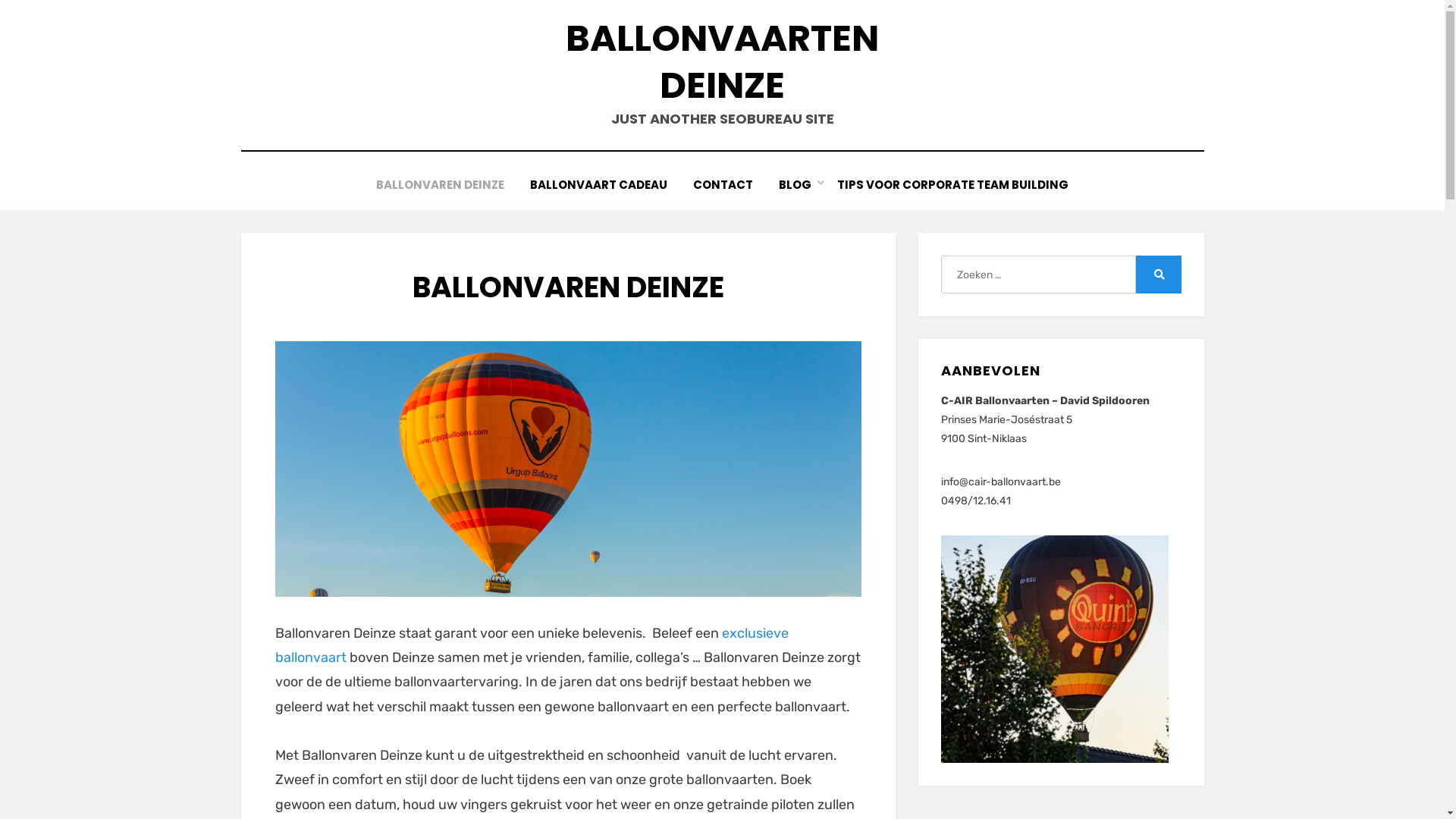 This screenshot has height=819, width=1456. What do you see at coordinates (975, 500) in the screenshot?
I see `'0498/12.16.41'` at bounding box center [975, 500].